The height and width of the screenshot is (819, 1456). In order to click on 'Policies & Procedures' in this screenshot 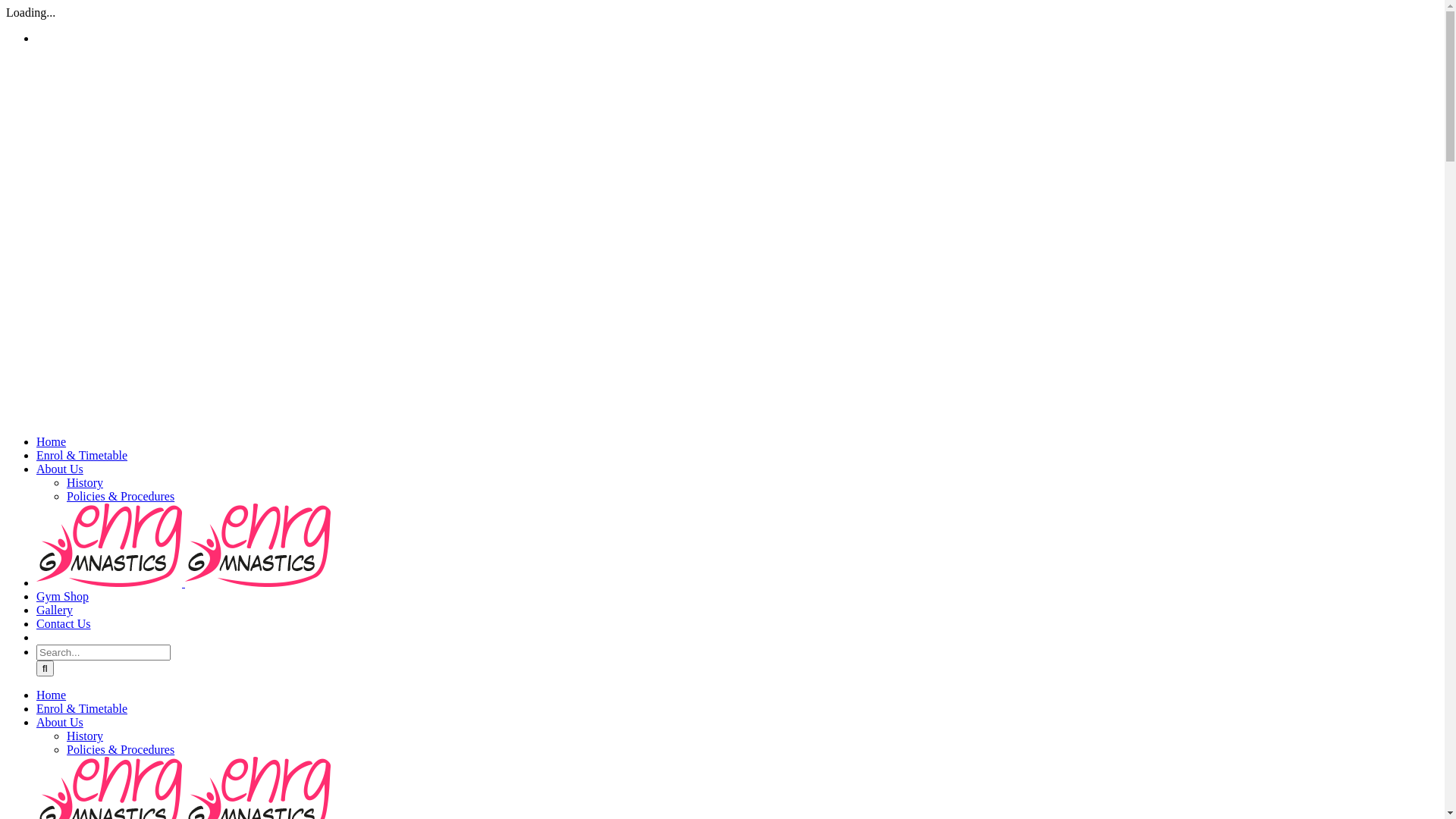, I will do `click(119, 748)`.